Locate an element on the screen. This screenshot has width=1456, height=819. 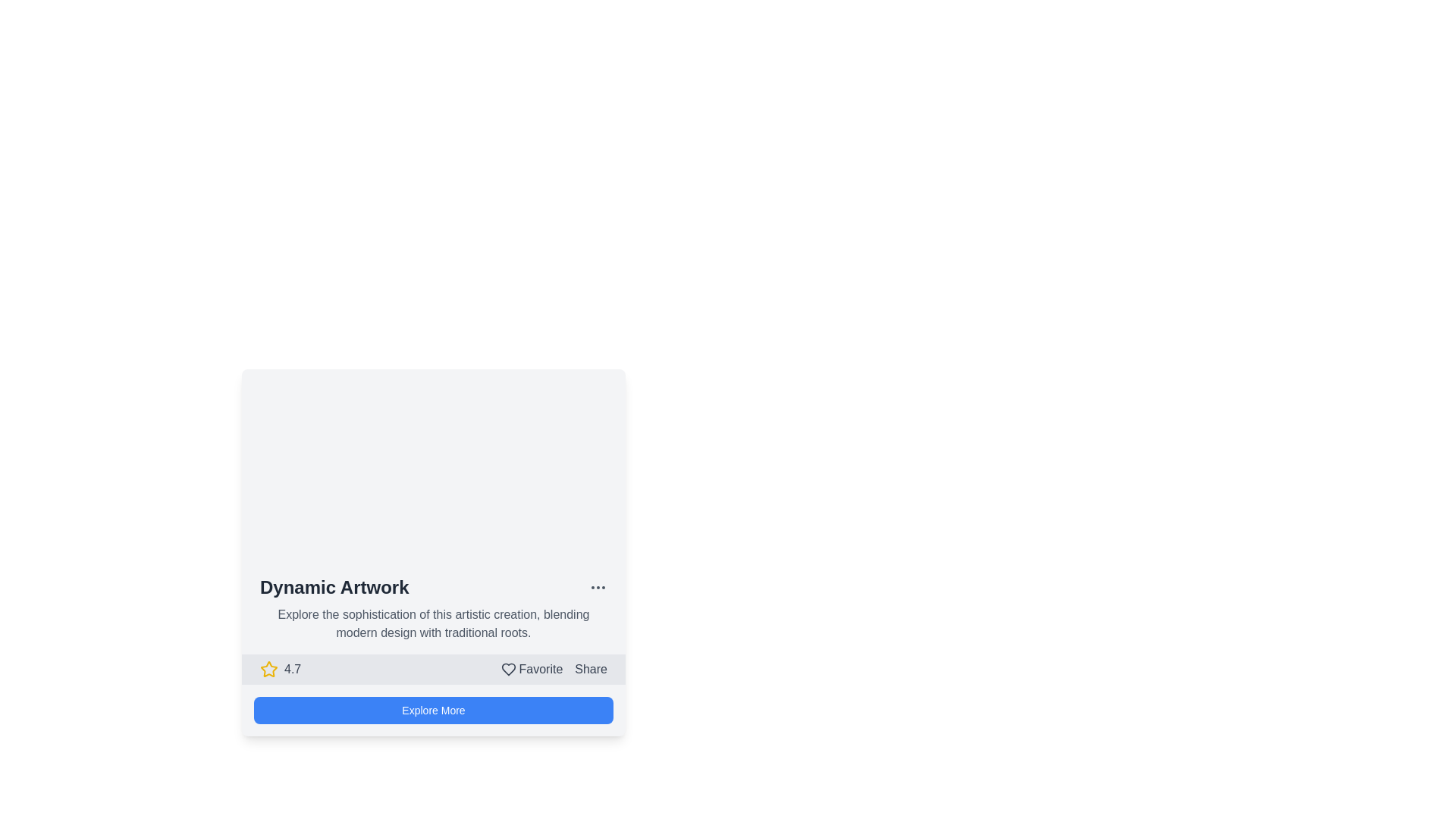
the heart icon representing the 'favorite' or 'like' feature, which is styled in a minimalist design and is located at coordinates (508, 669).